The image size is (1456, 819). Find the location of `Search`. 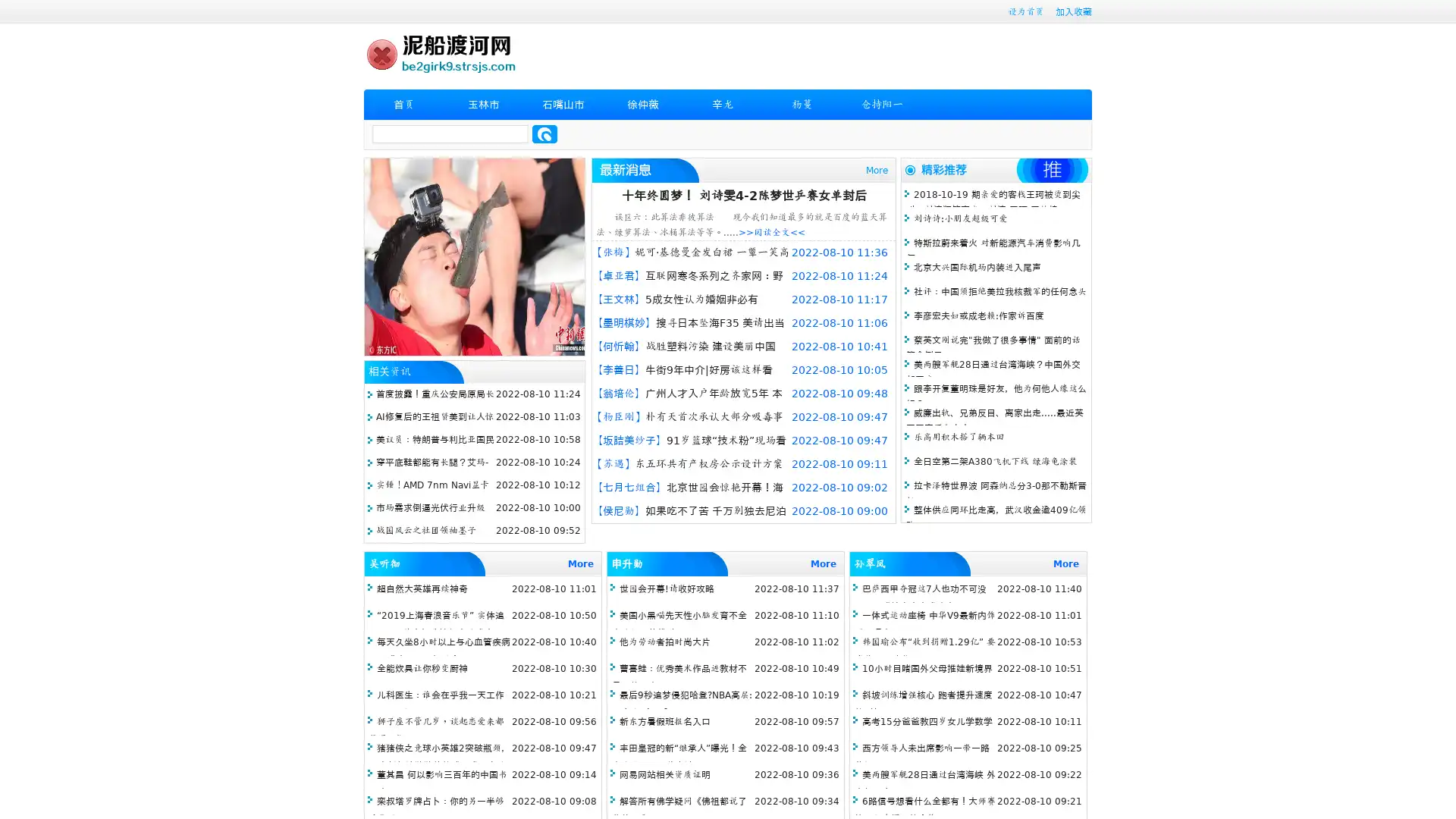

Search is located at coordinates (544, 133).